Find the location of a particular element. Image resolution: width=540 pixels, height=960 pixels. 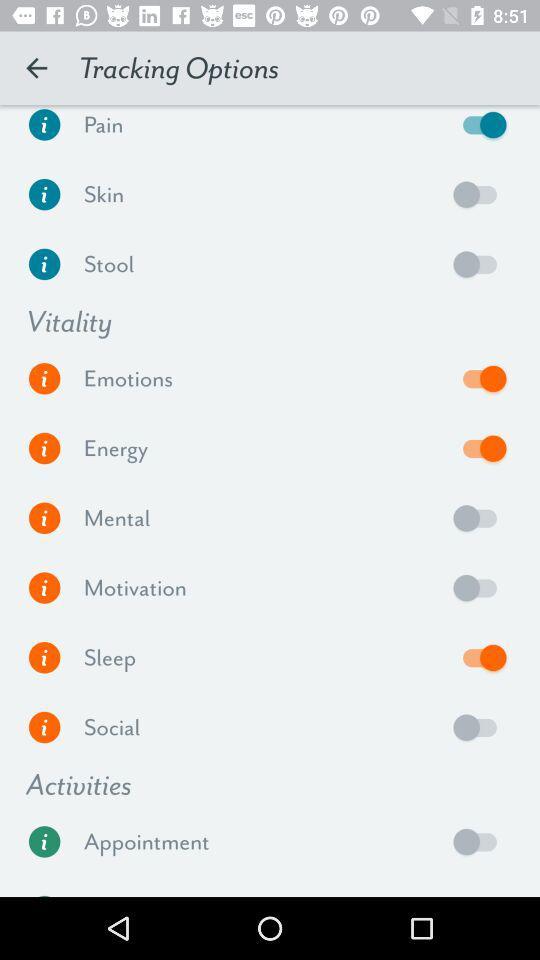

read more info on energy is located at coordinates (44, 448).